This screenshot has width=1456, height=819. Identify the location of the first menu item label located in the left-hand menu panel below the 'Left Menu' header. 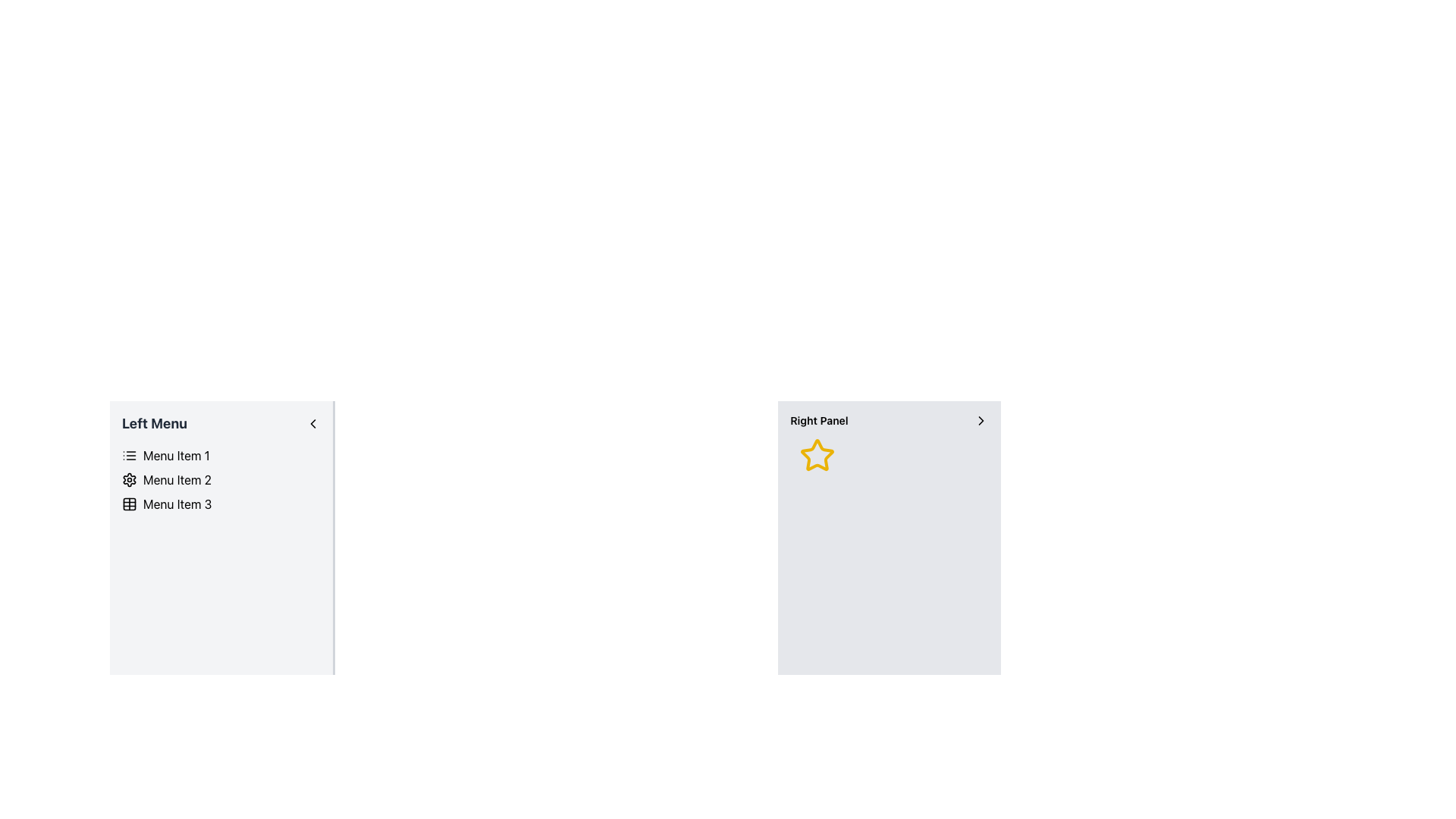
(176, 455).